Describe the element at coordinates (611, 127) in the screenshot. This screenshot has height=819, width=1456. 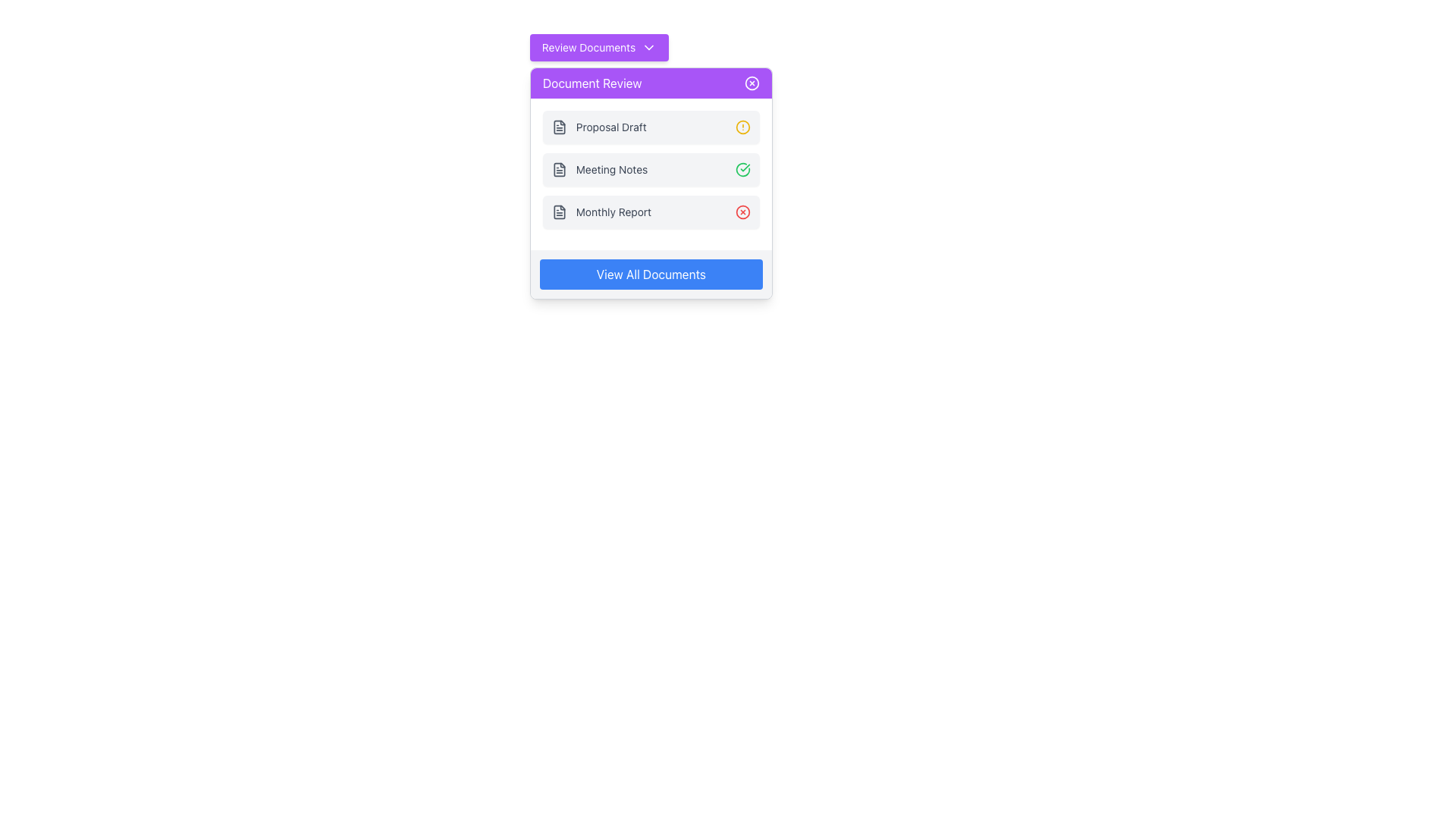
I see `the text label describing the first document in the 'Document Review' list` at that location.